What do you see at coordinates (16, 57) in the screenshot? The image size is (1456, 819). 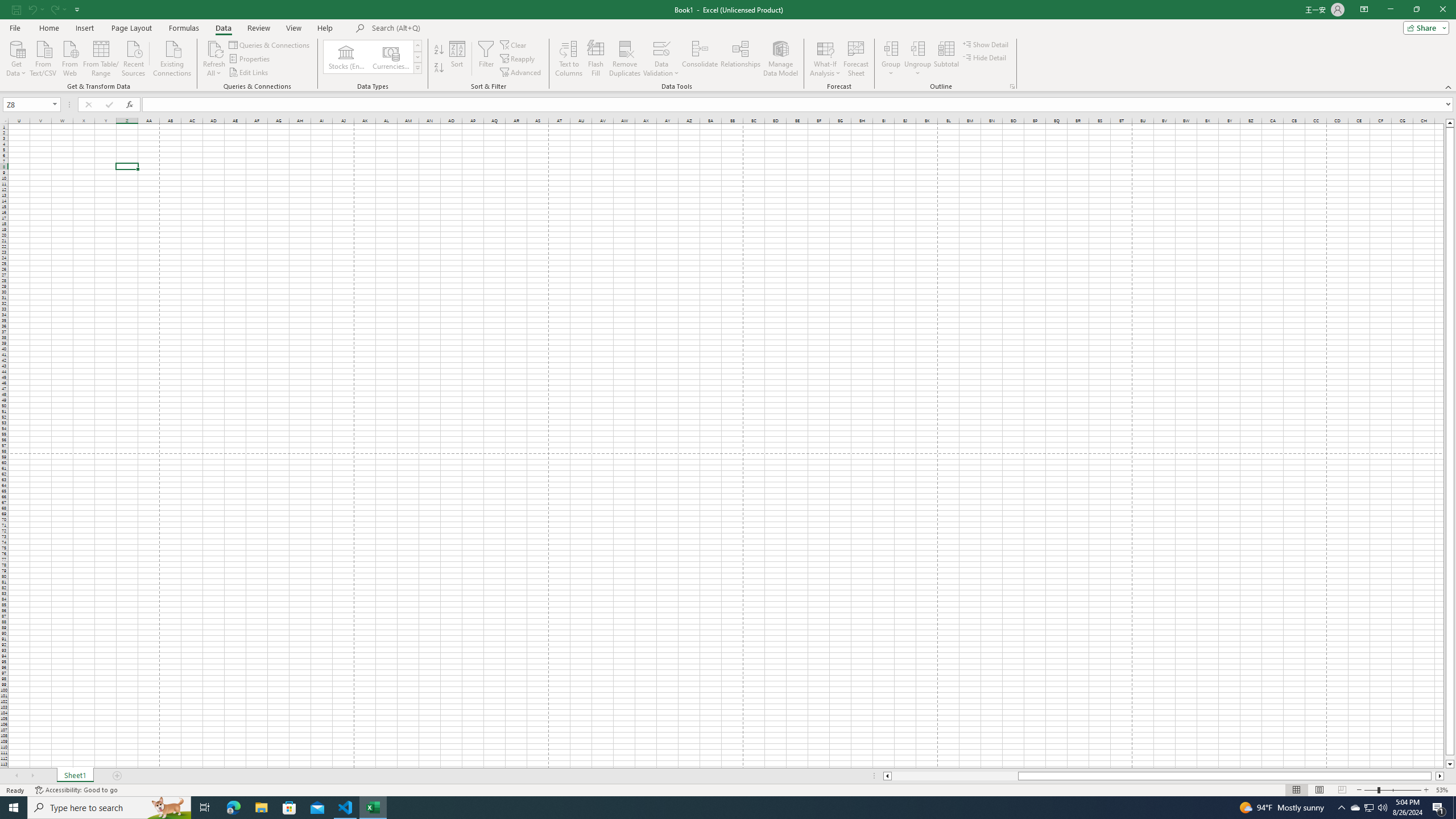 I see `'Get Data'` at bounding box center [16, 57].